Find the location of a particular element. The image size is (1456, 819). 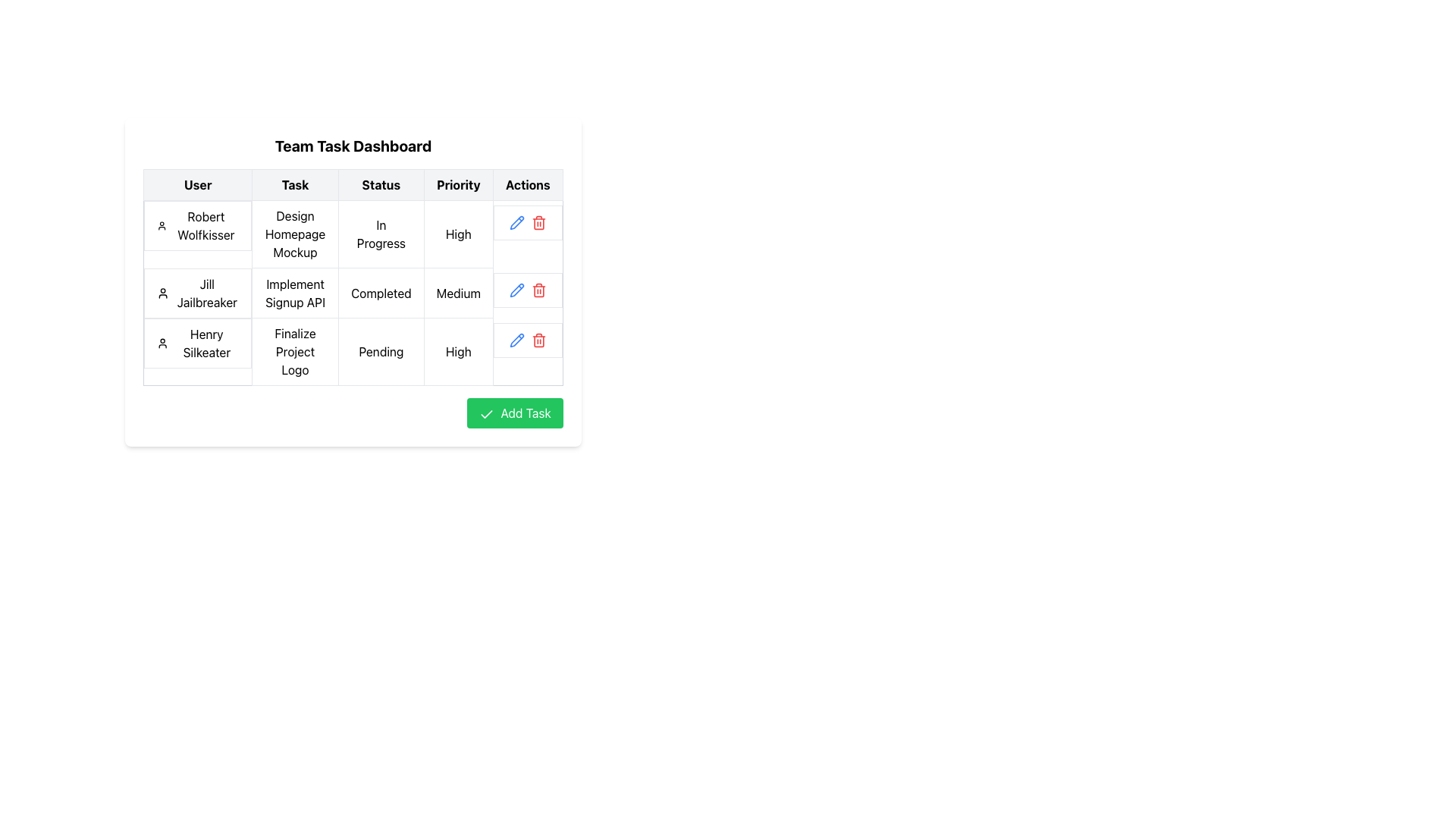

the 'High' priority indicator for the task 'Design Homepage Mockup' in the 'Priority' column under the row labeled 'Robert Wolfkisser' is located at coordinates (457, 234).